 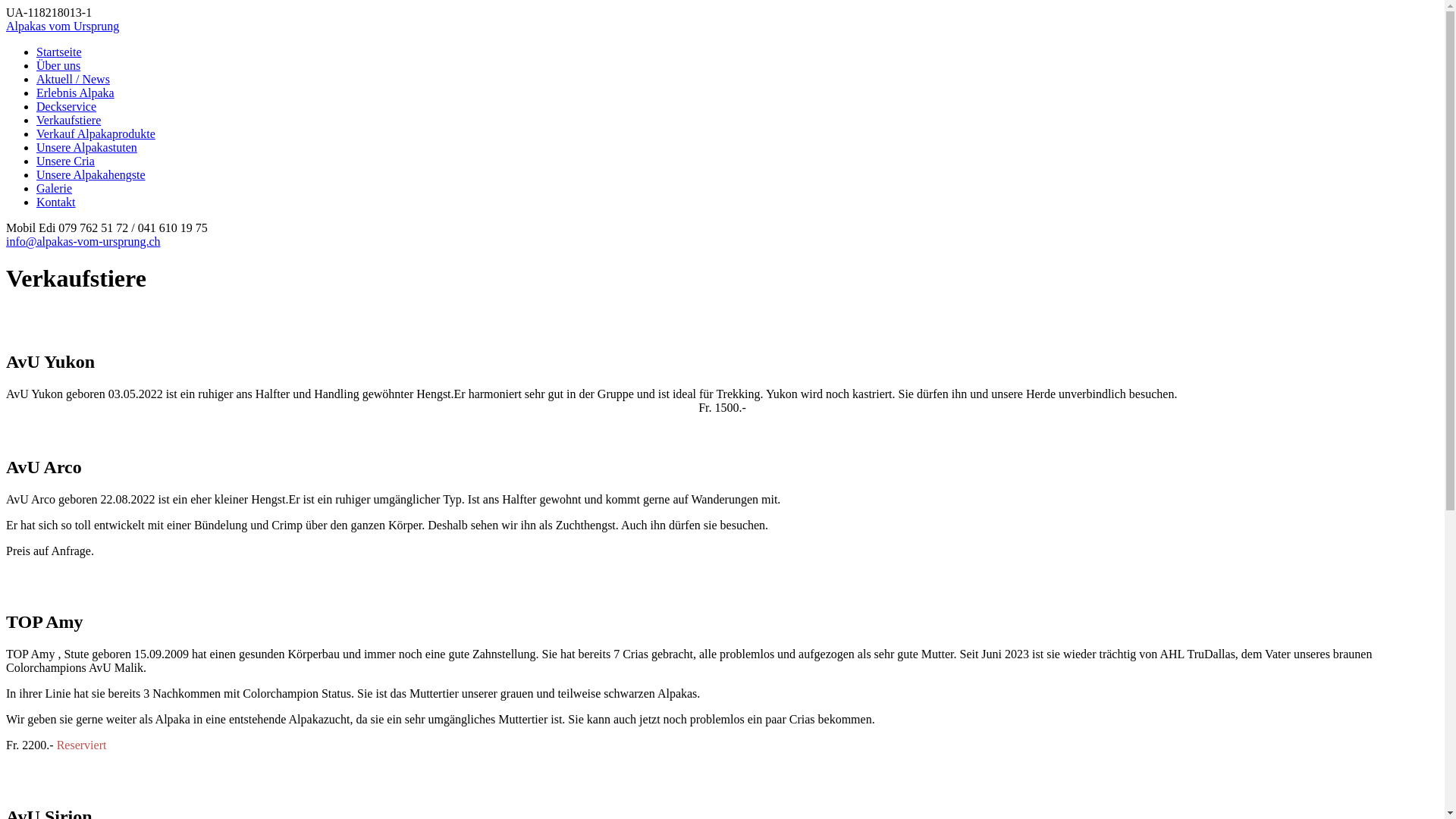 What do you see at coordinates (67, 119) in the screenshot?
I see `'Verkaufstiere'` at bounding box center [67, 119].